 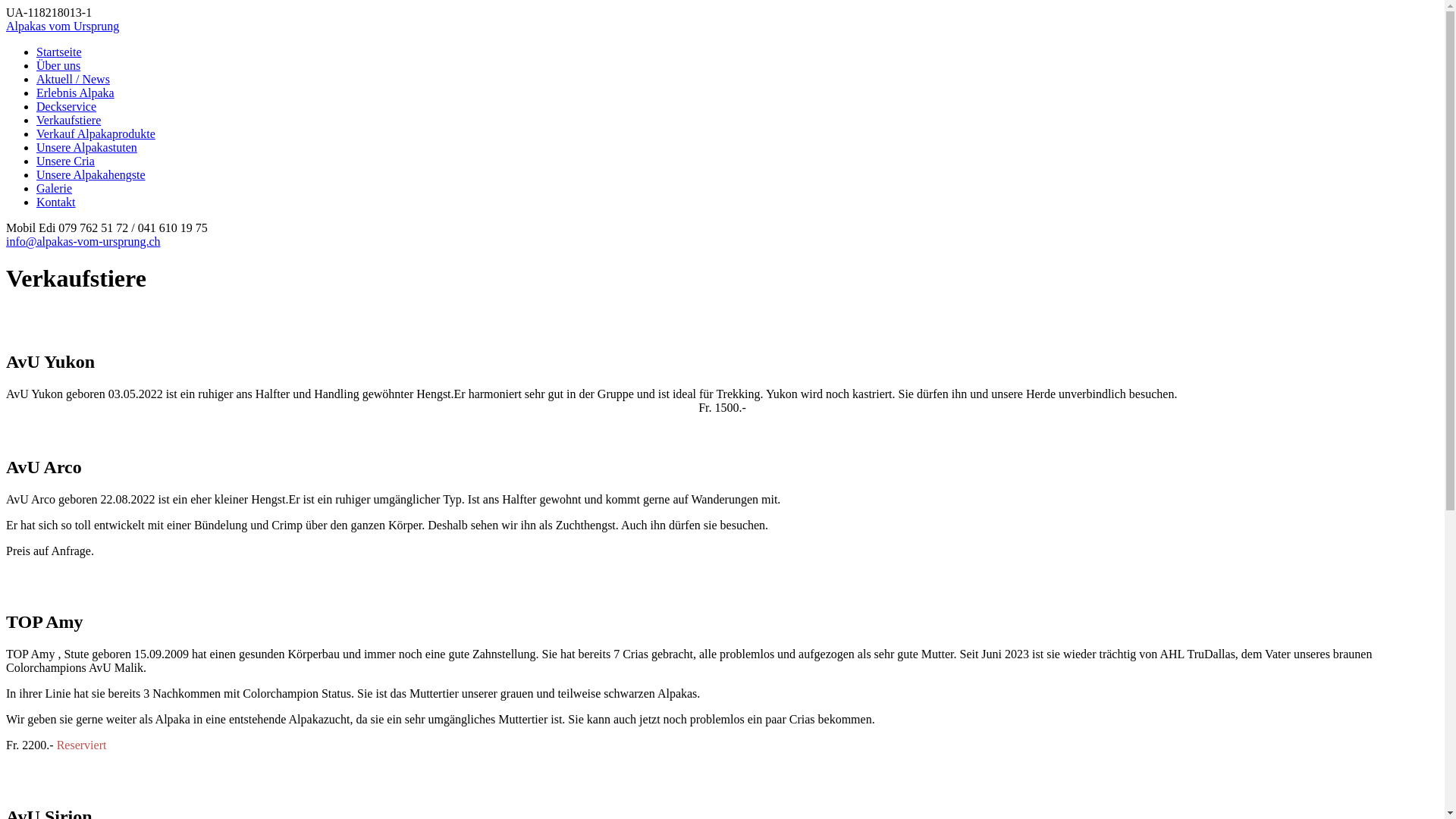 What do you see at coordinates (67, 119) in the screenshot?
I see `'Verkaufstiere'` at bounding box center [67, 119].